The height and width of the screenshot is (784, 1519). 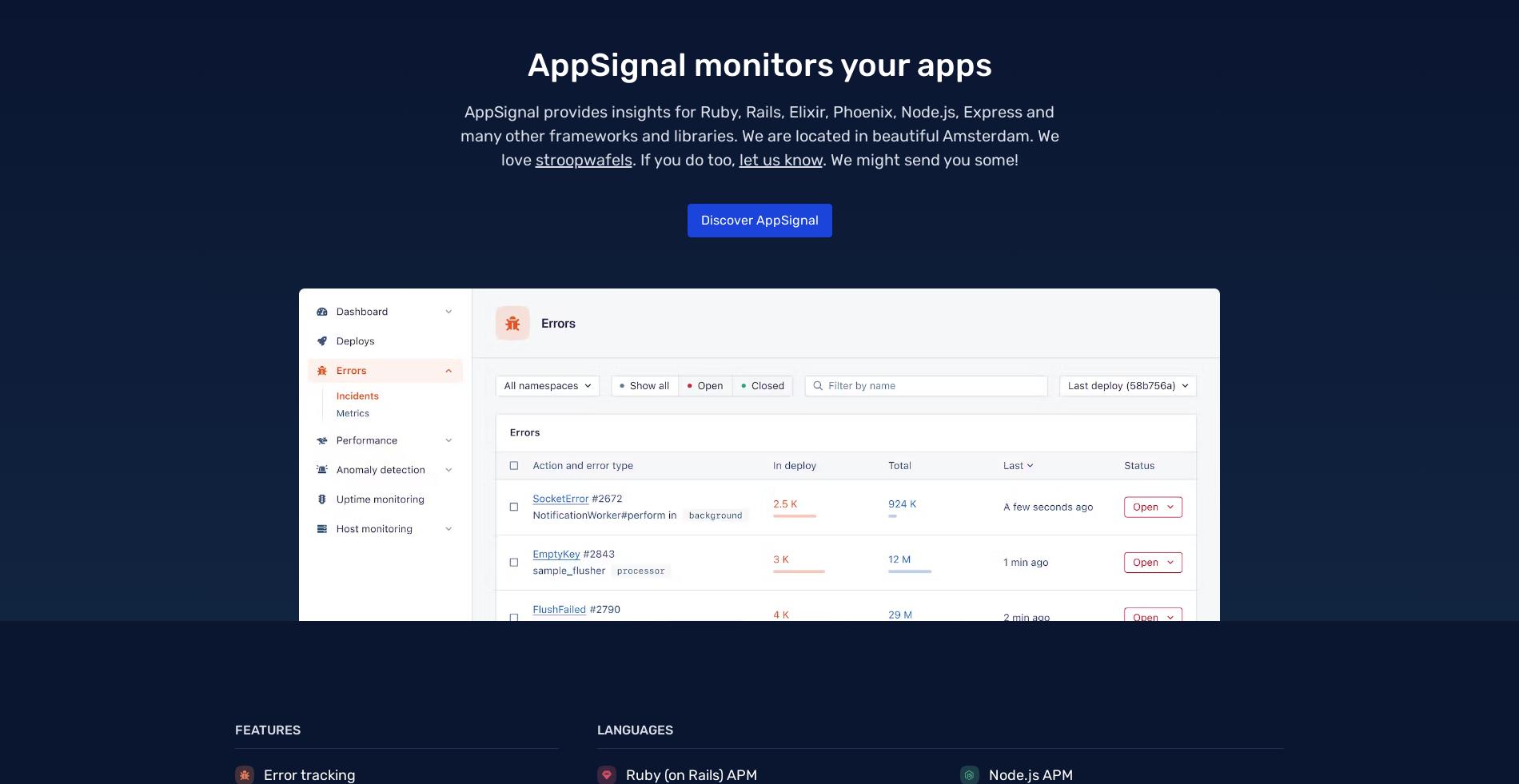 What do you see at coordinates (822, 159) in the screenshot?
I see `'. We might send you some!'` at bounding box center [822, 159].